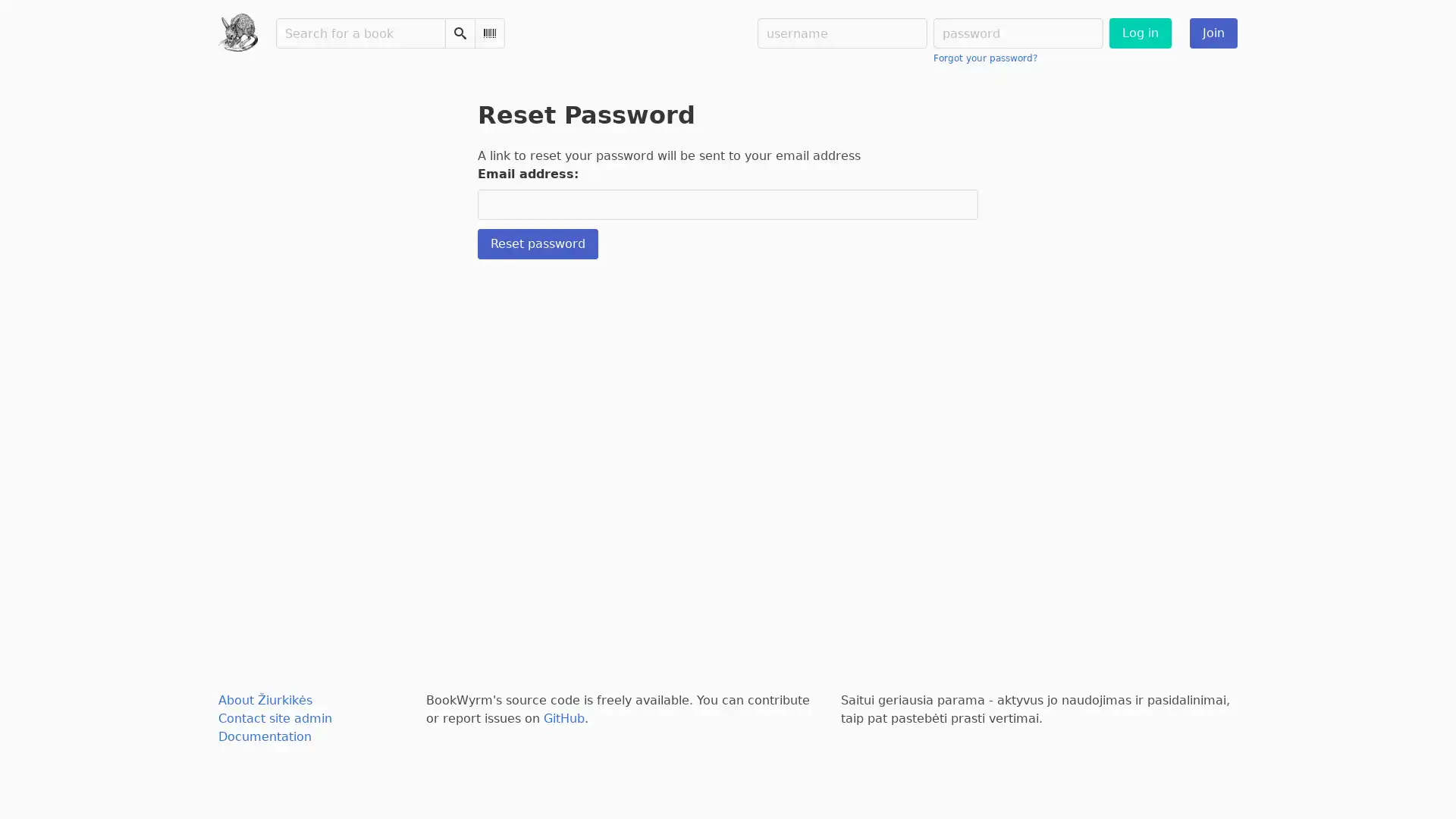 This screenshot has width=1456, height=819. What do you see at coordinates (538, 243) in the screenshot?
I see `Reset password` at bounding box center [538, 243].